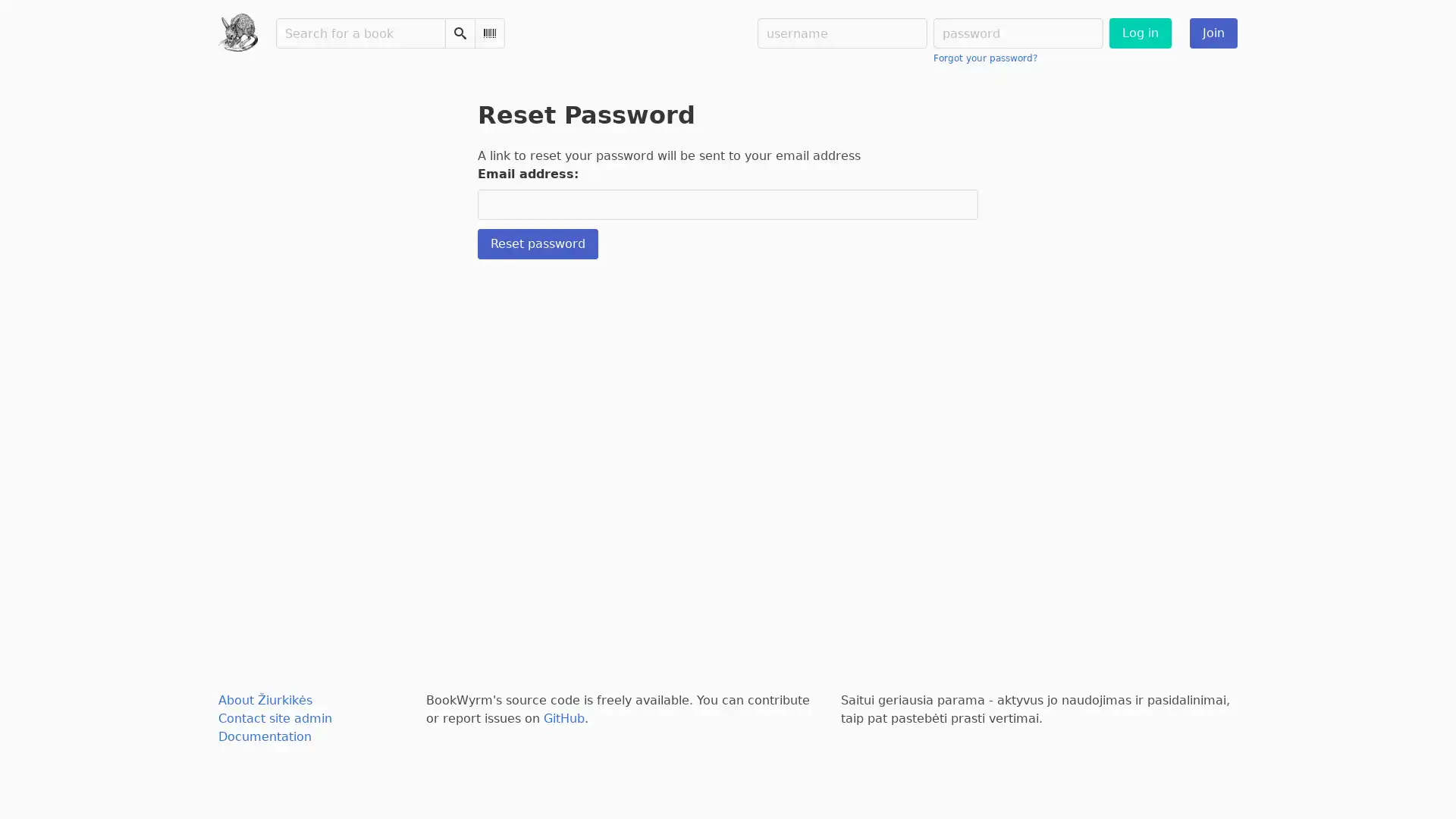 This screenshot has width=1456, height=819. What do you see at coordinates (538, 243) in the screenshot?
I see `Reset password` at bounding box center [538, 243].